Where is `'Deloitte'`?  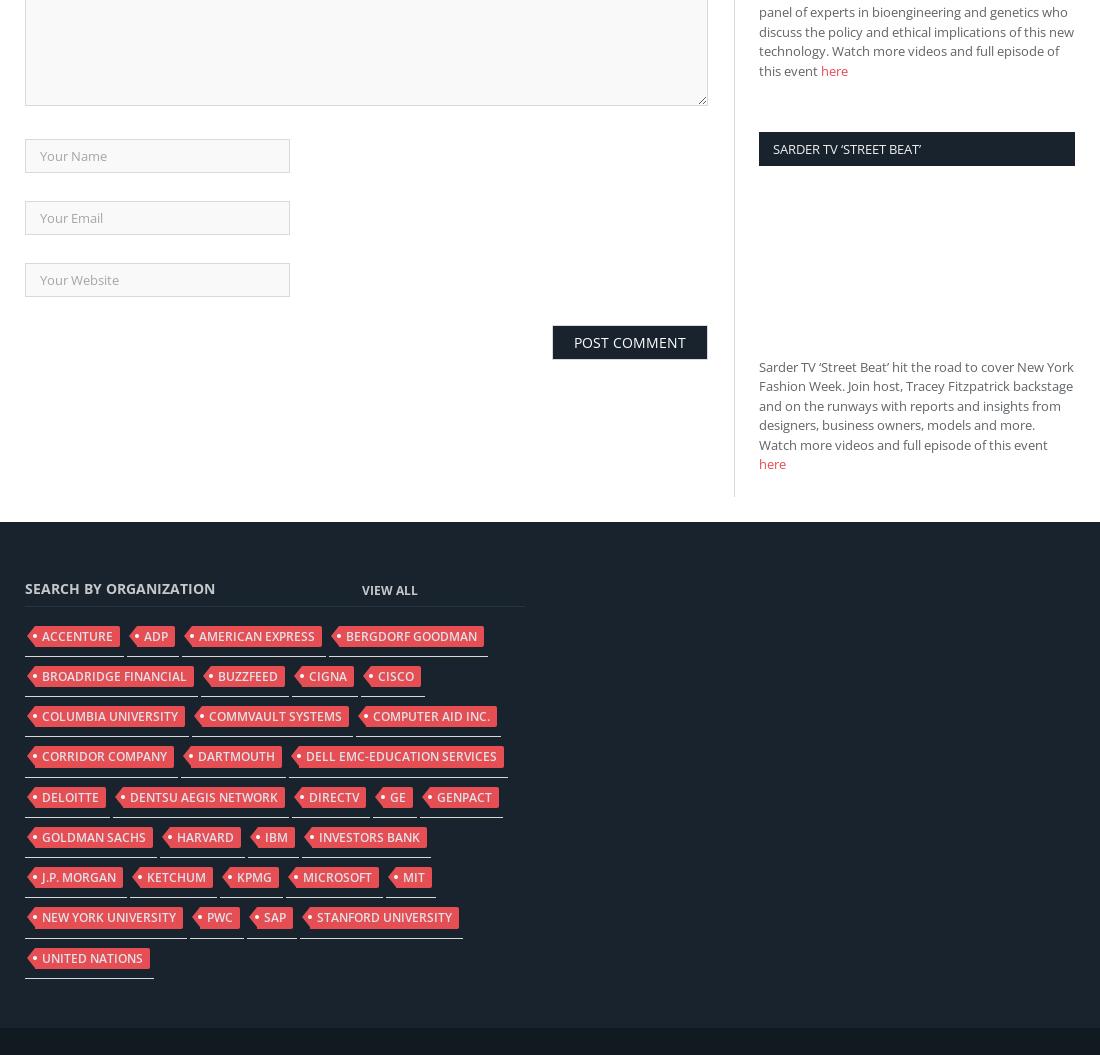
'Deloitte' is located at coordinates (70, 795).